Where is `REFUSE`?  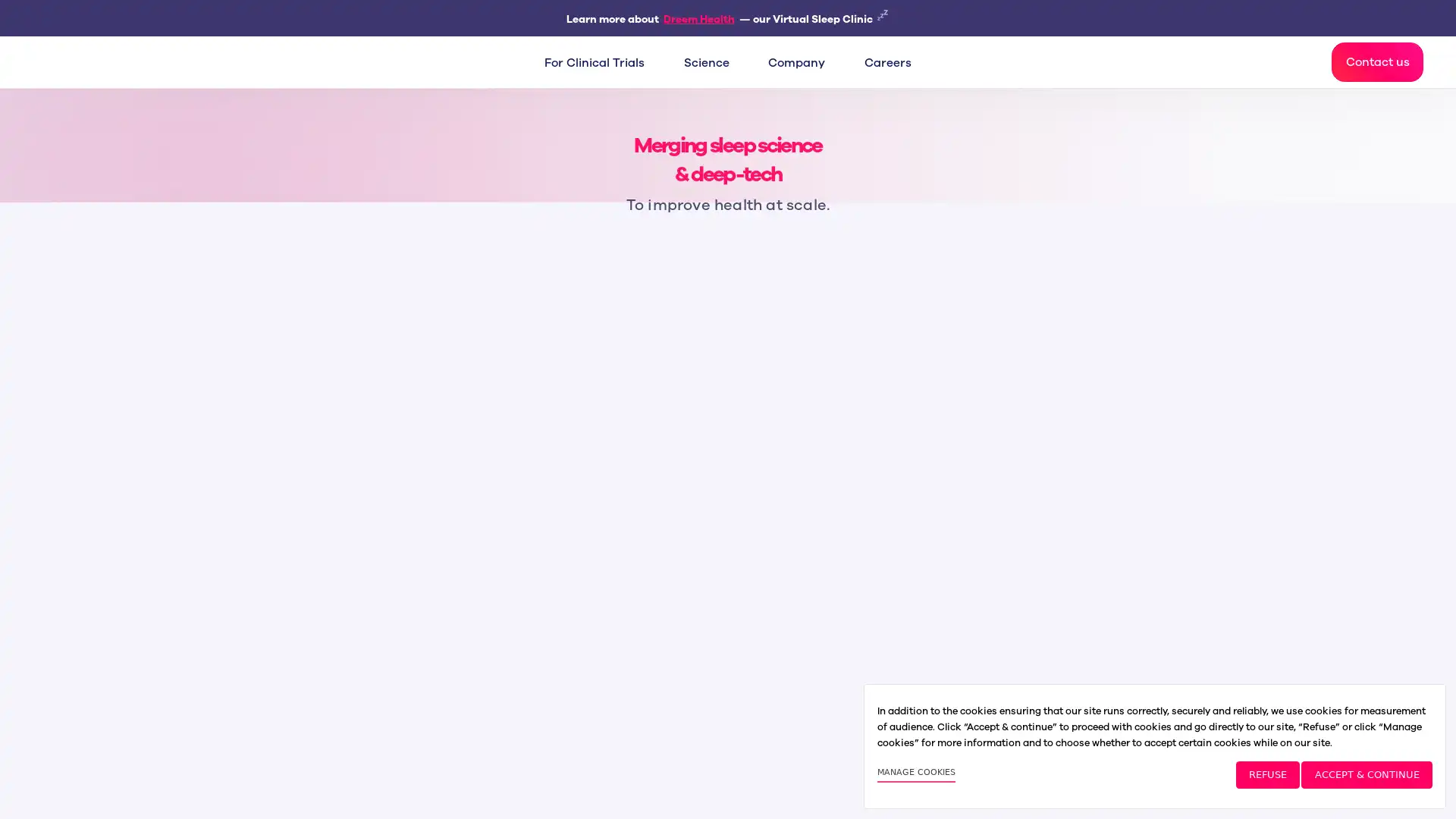 REFUSE is located at coordinates (1267, 774).